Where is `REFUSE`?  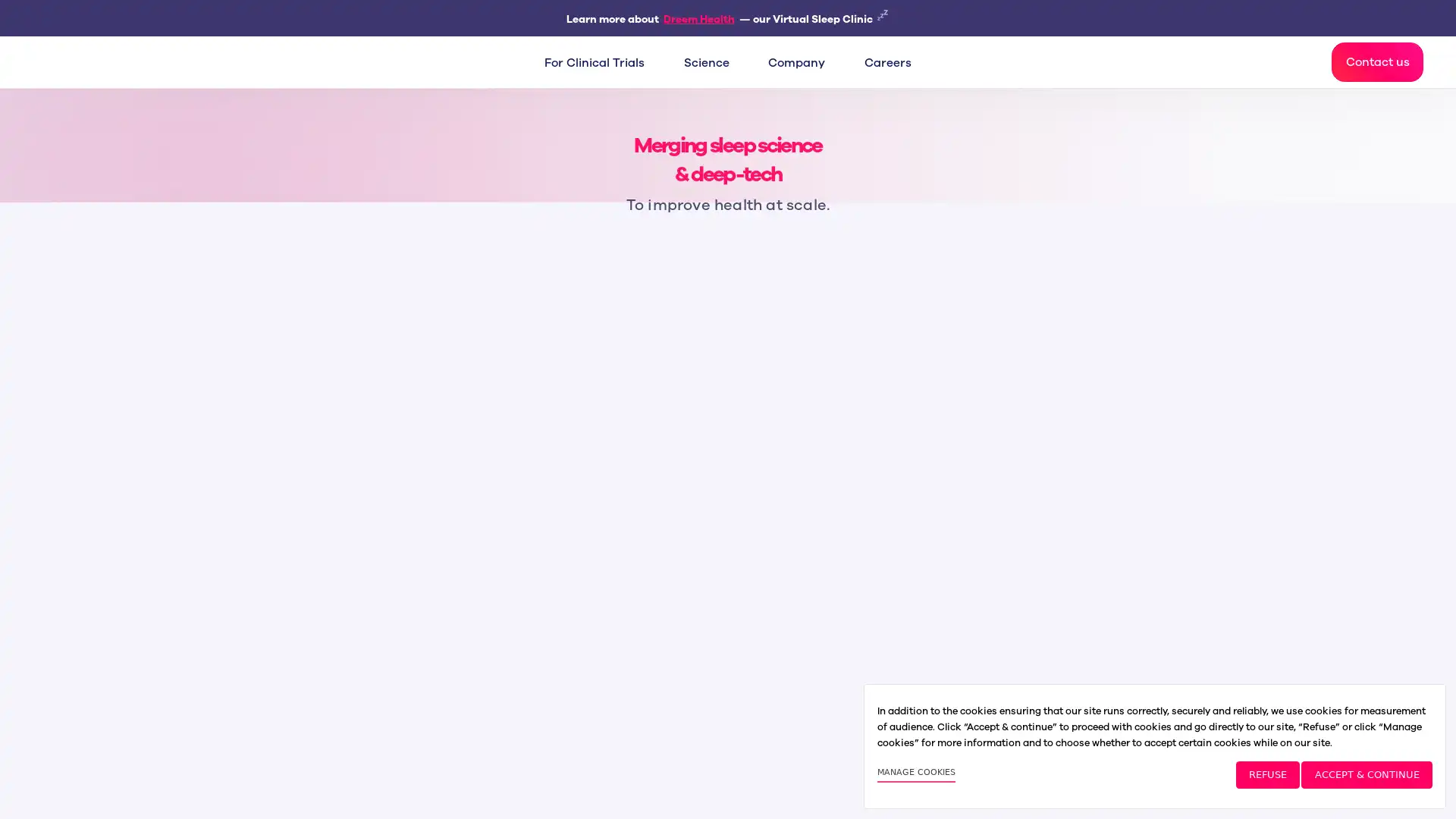 REFUSE is located at coordinates (1267, 774).